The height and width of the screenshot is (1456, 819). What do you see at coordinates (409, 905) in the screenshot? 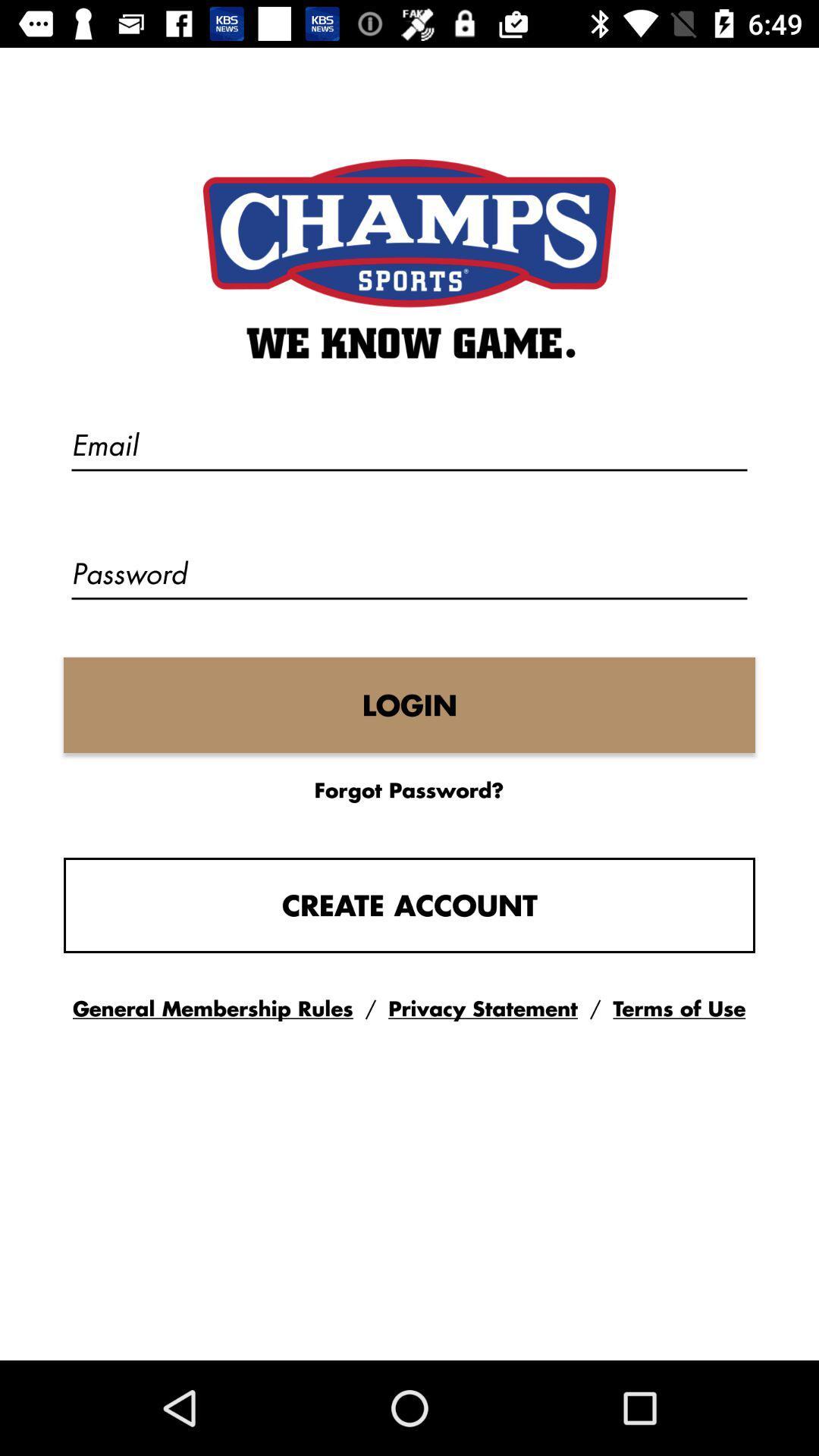
I see `create account` at bounding box center [409, 905].